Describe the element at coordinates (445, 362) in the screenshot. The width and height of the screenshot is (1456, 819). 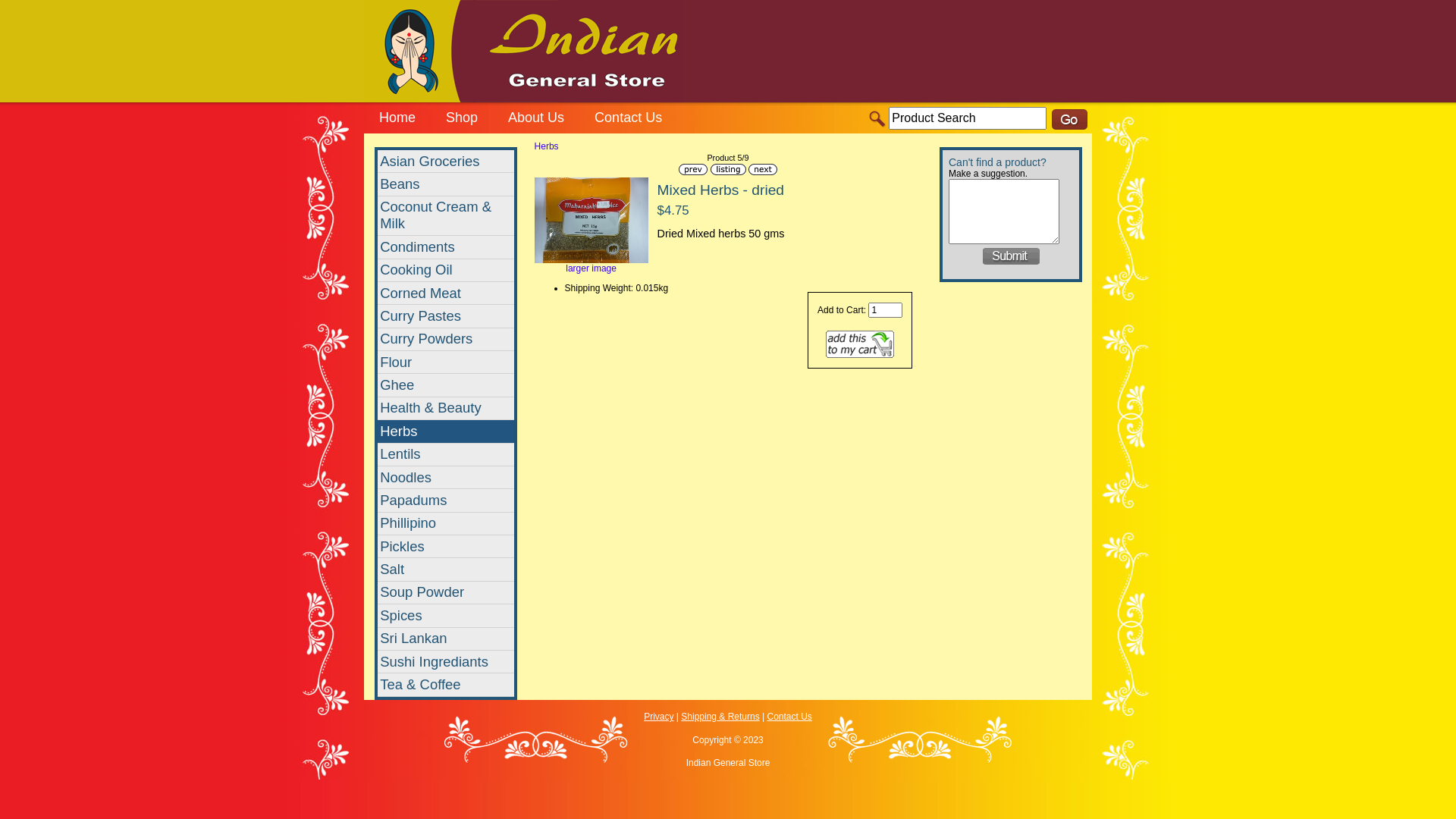
I see `'Flour'` at that location.